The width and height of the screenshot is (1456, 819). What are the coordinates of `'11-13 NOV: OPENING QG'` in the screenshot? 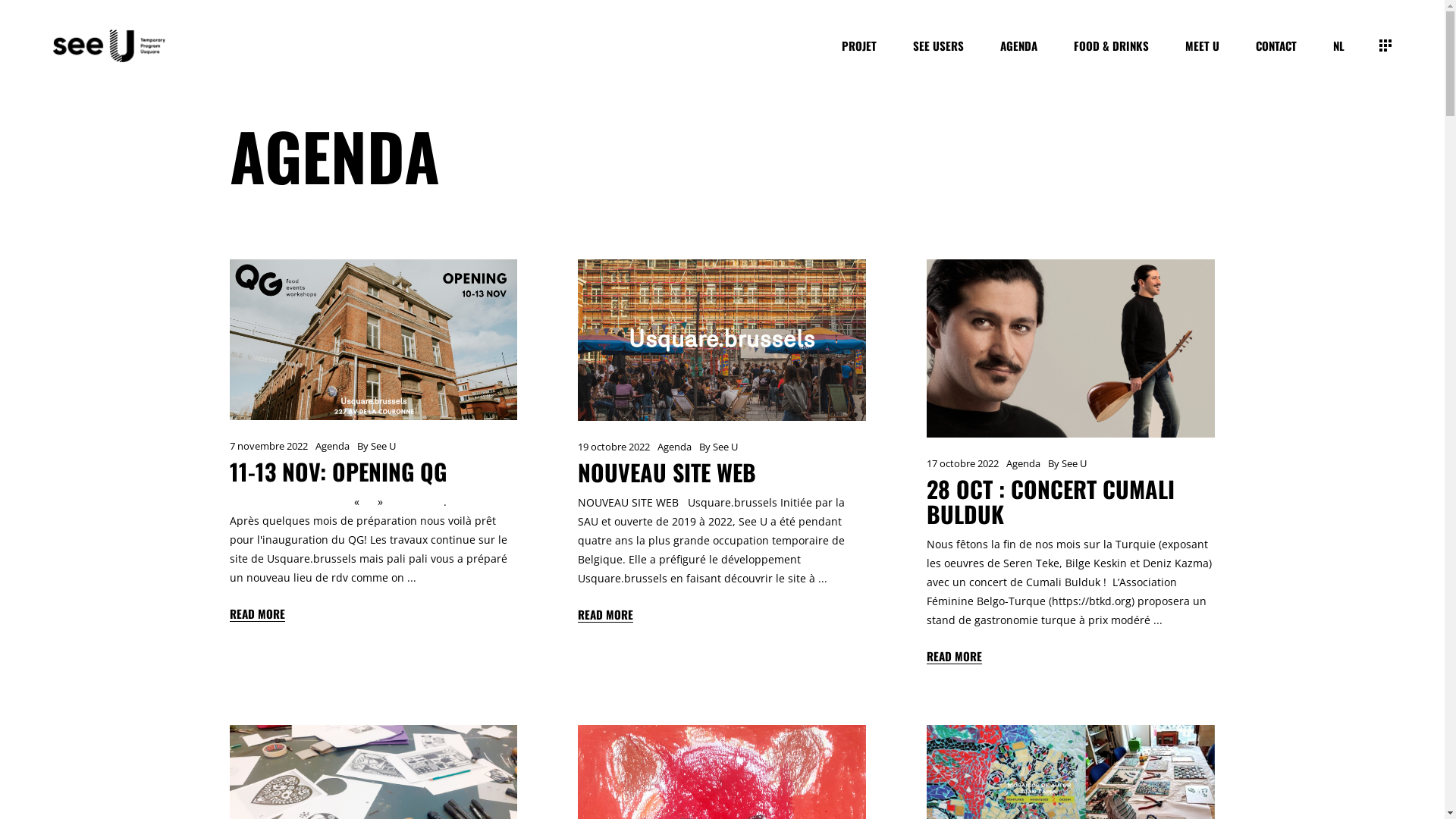 It's located at (337, 470).